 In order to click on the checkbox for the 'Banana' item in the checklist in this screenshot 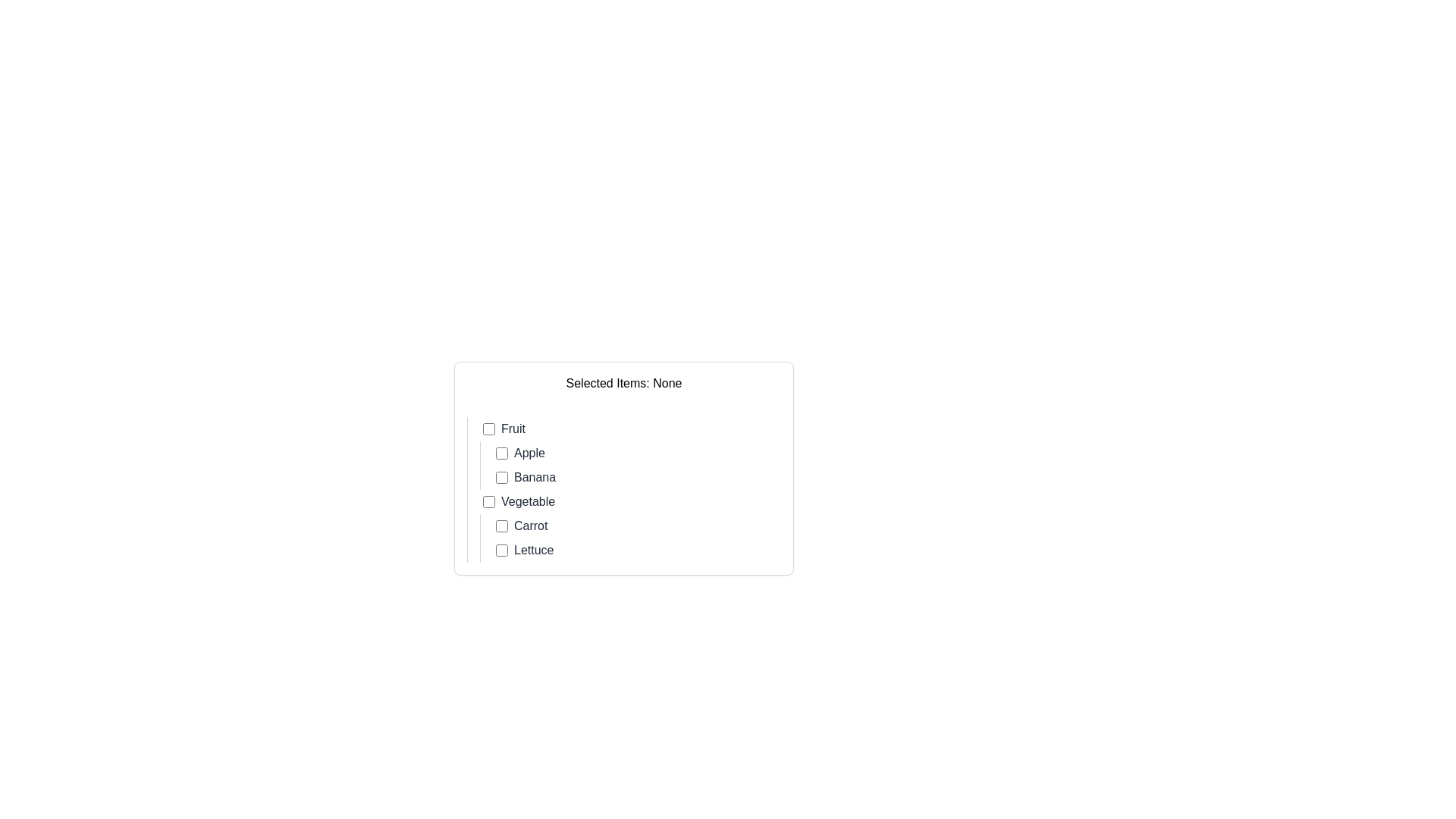, I will do `click(630, 476)`.